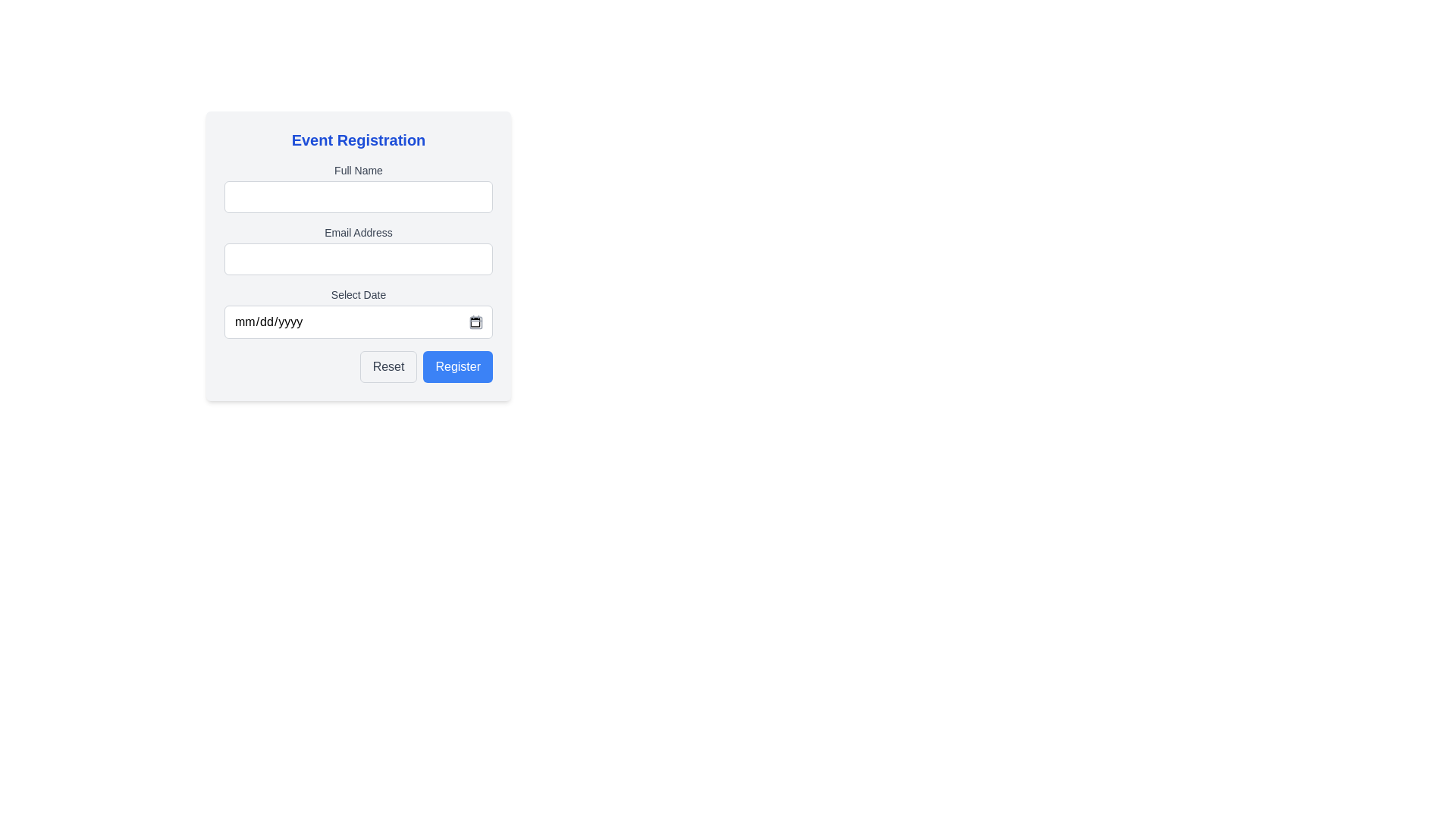  What do you see at coordinates (358, 233) in the screenshot?
I see `the text label that describes the email input field, located directly above the input field for entering the email address in the registration form` at bounding box center [358, 233].